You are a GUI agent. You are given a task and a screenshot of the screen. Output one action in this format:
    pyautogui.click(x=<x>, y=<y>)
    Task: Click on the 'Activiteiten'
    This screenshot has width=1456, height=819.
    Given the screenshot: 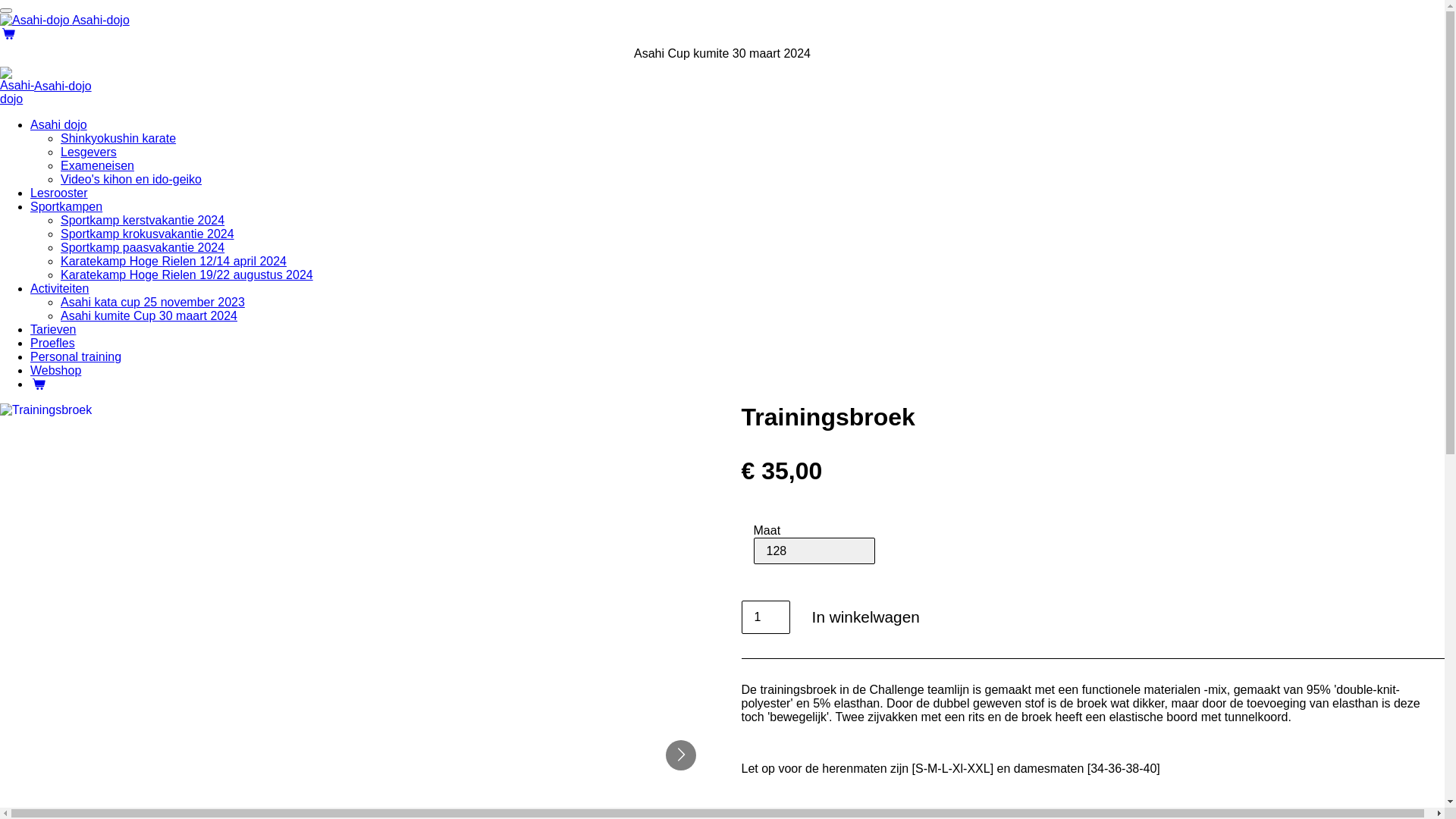 What is the action you would take?
    pyautogui.click(x=59, y=288)
    